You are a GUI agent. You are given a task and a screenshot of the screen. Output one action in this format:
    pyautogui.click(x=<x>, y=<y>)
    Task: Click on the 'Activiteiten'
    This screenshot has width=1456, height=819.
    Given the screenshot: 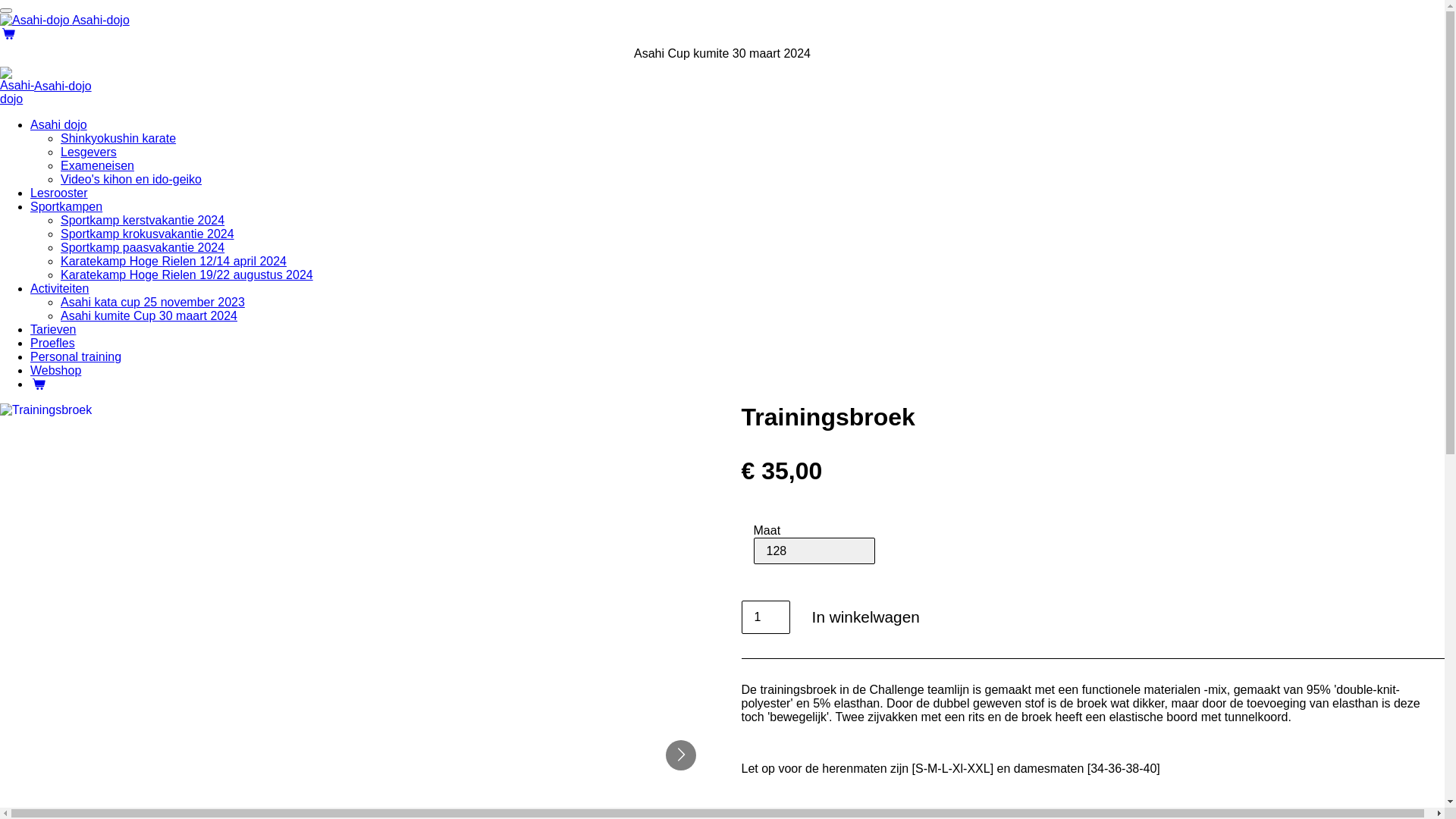 What is the action you would take?
    pyautogui.click(x=59, y=288)
    